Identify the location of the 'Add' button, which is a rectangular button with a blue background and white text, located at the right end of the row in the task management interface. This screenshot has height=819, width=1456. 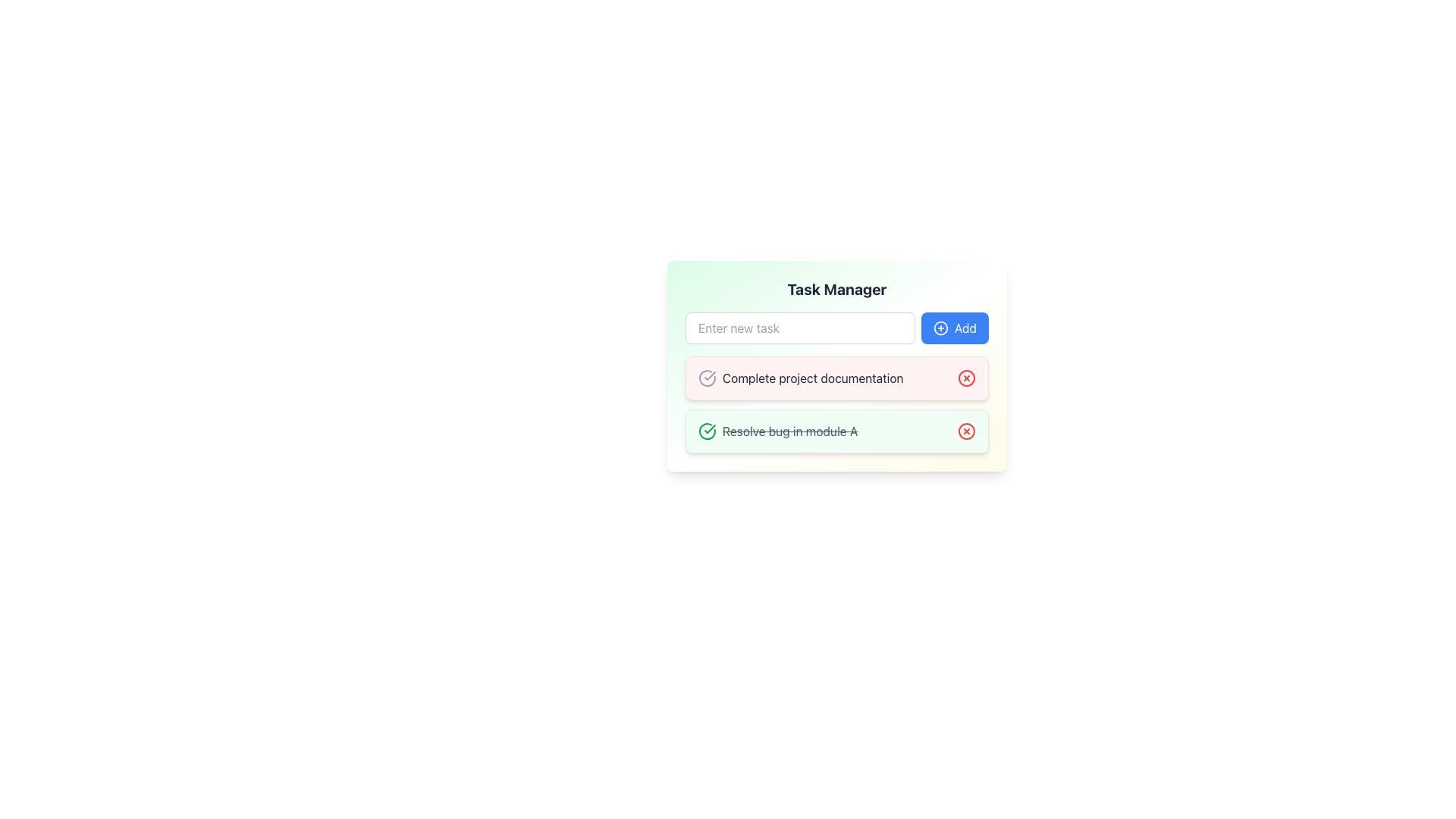
(953, 327).